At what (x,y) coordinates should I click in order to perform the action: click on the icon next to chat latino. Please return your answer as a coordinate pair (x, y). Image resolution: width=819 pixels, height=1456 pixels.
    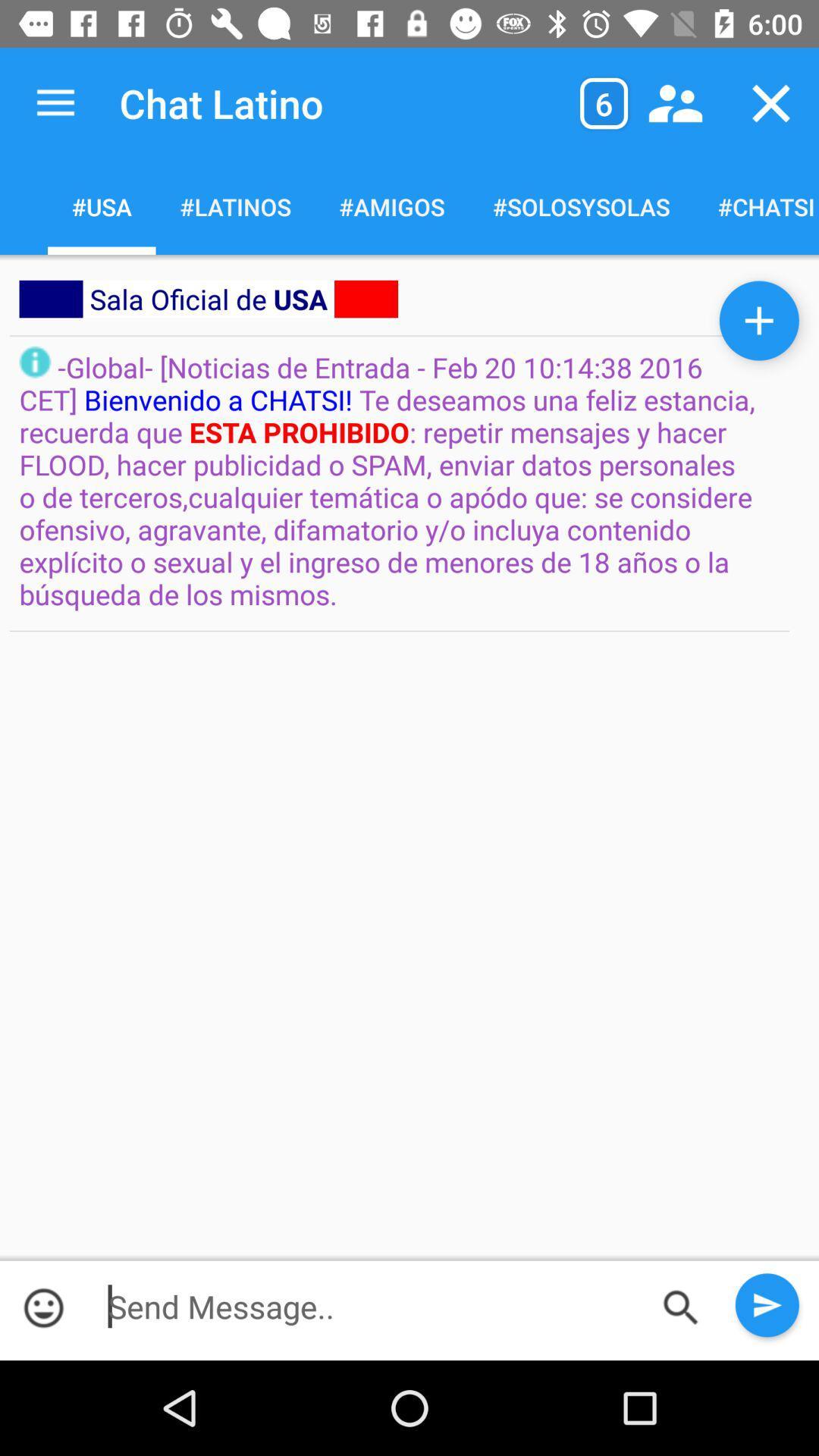
    Looking at the image, I should click on (603, 102).